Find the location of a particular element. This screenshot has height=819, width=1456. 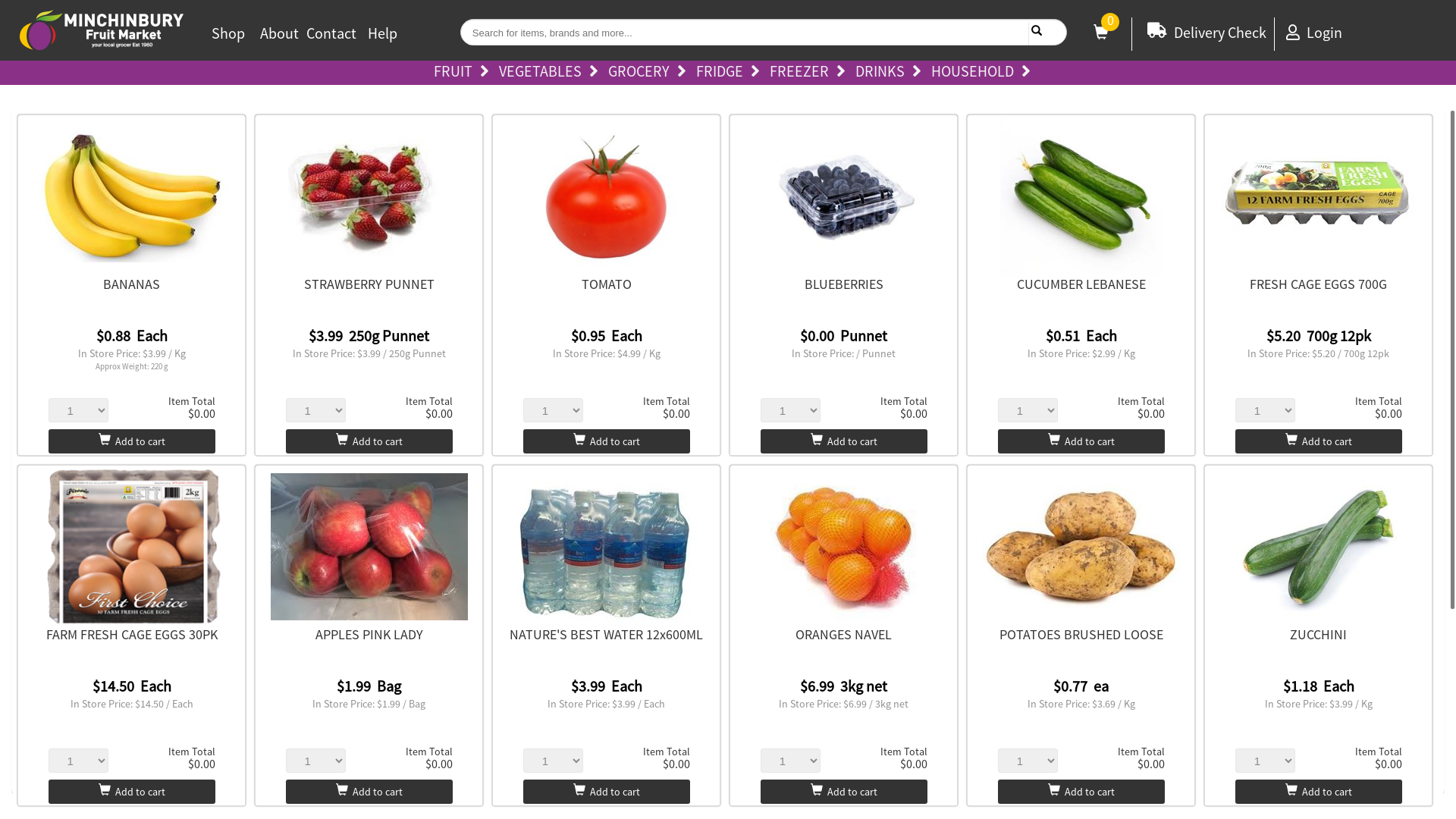

'Login' is located at coordinates (1313, 32).